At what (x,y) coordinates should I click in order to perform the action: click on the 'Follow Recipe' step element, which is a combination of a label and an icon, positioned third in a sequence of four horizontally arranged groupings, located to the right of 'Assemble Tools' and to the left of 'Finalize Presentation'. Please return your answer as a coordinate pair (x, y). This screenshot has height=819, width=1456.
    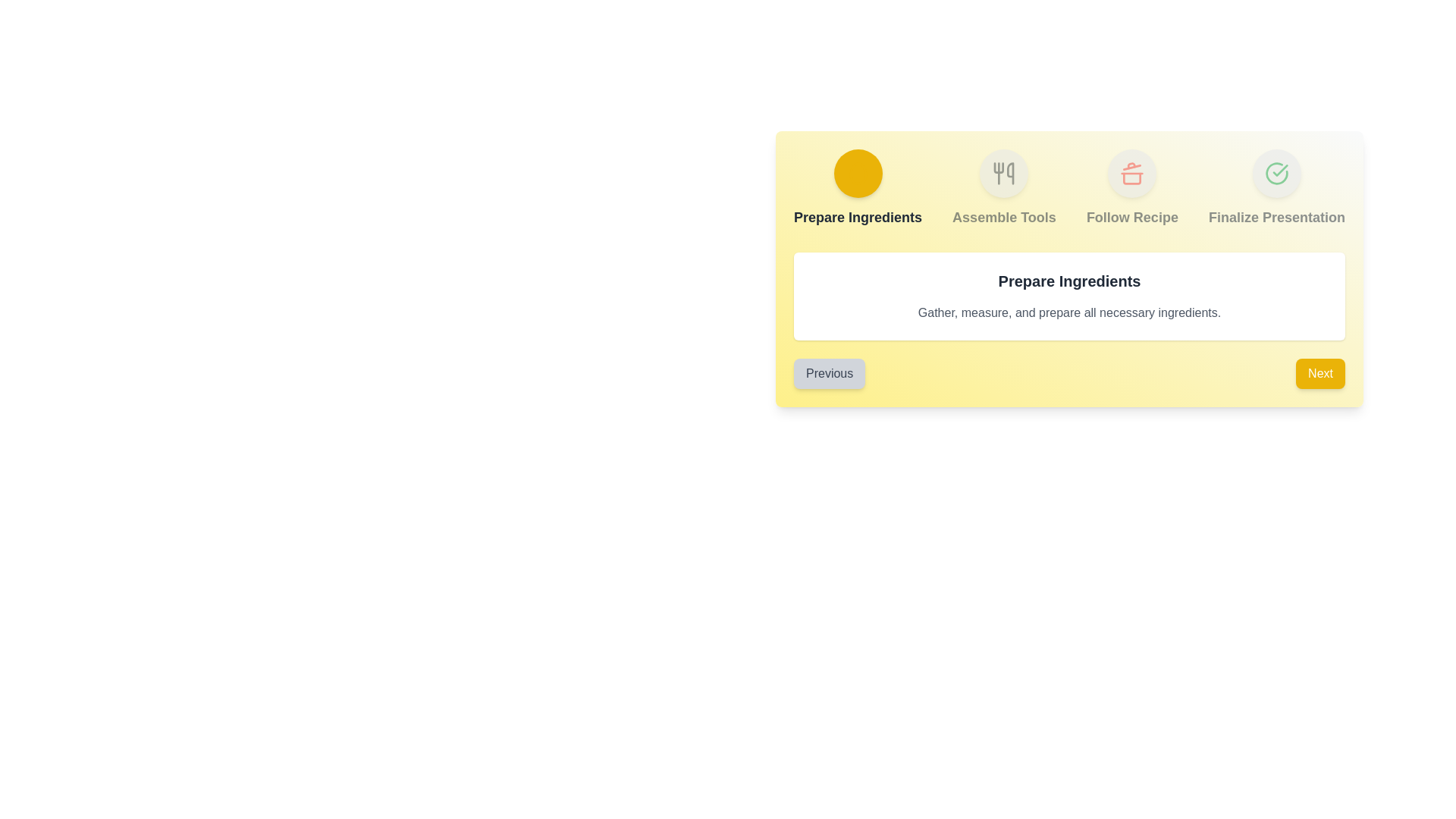
    Looking at the image, I should click on (1132, 188).